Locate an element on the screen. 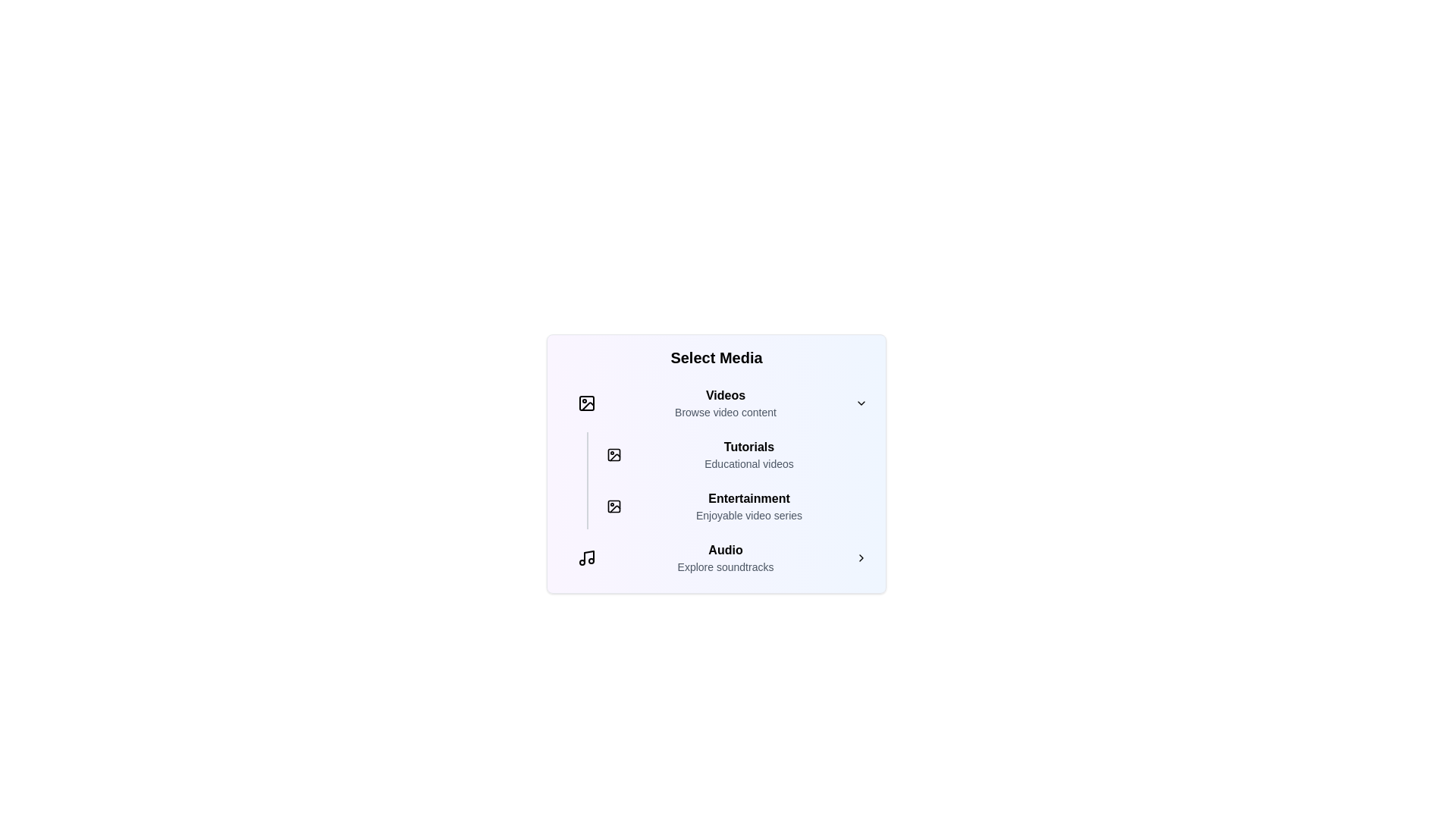 This screenshot has height=819, width=1456. the small rectangular button with an image-like icon, located is located at coordinates (614, 506).